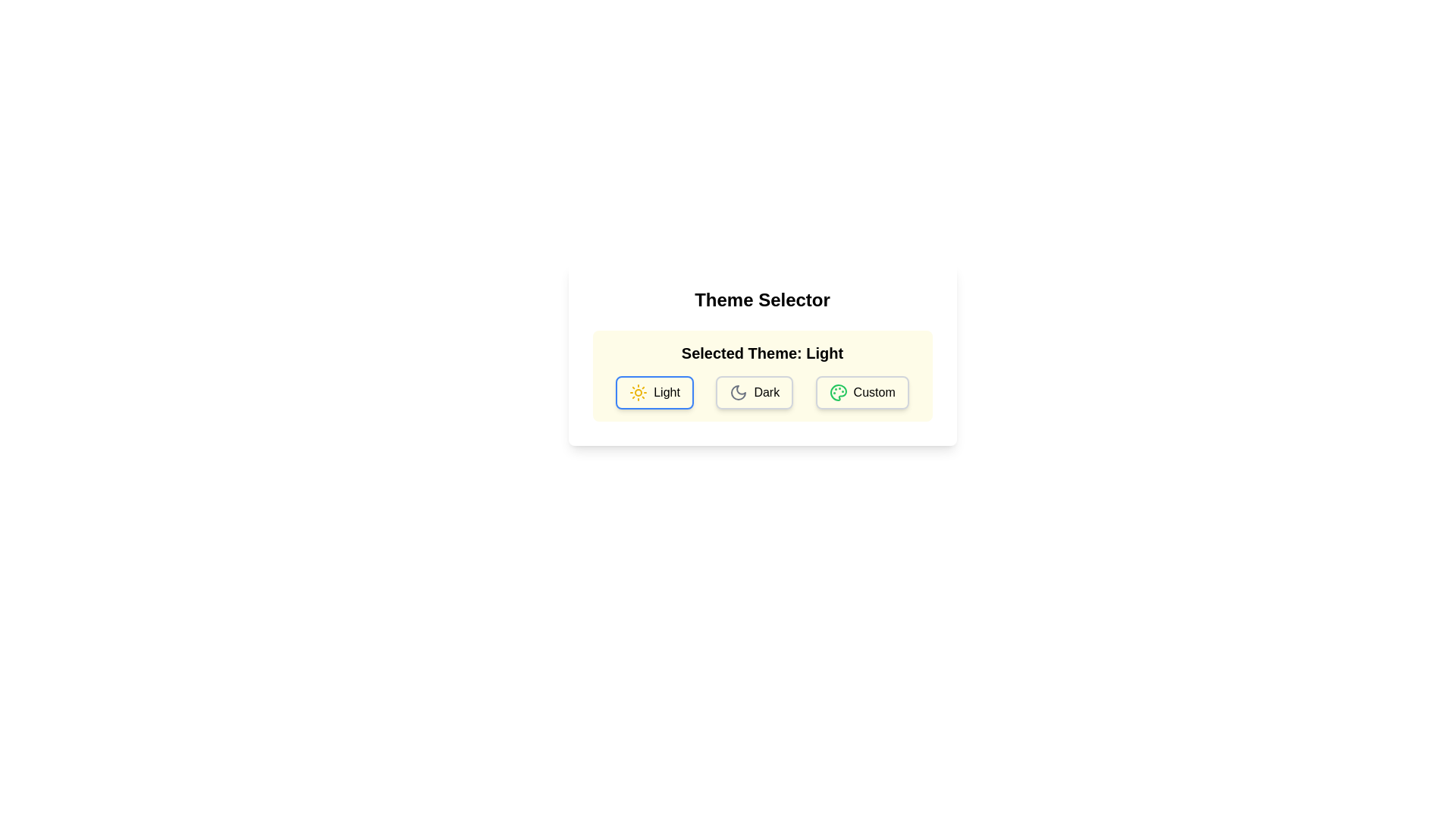  I want to click on the 'Light' toggle button, so click(654, 391).